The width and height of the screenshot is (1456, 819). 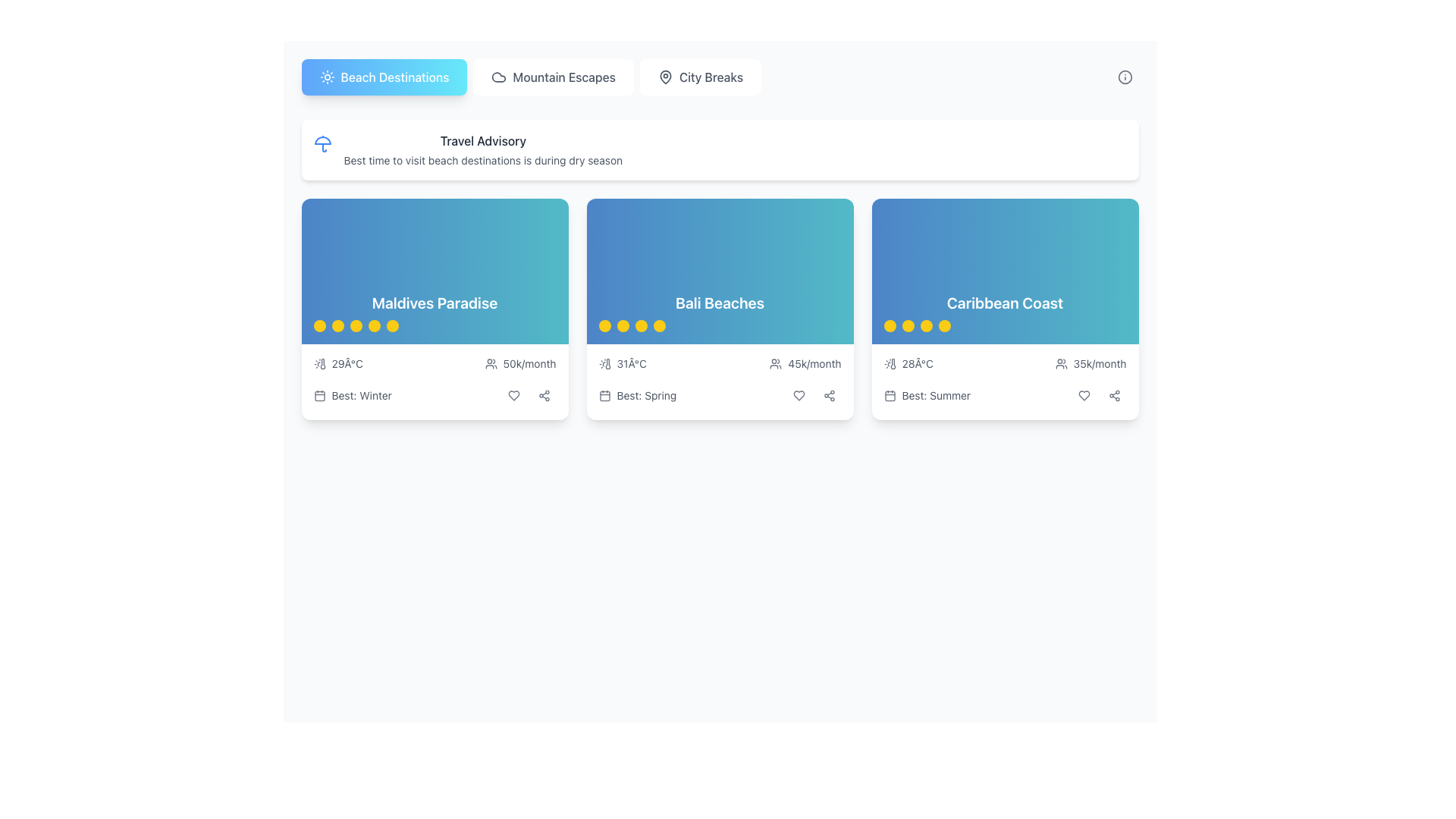 What do you see at coordinates (925, 325) in the screenshot?
I see `the third circular icon representing a rating star located below the heading 'Caribbean Coast' in the rightmost card of three displayed horizontally` at bounding box center [925, 325].